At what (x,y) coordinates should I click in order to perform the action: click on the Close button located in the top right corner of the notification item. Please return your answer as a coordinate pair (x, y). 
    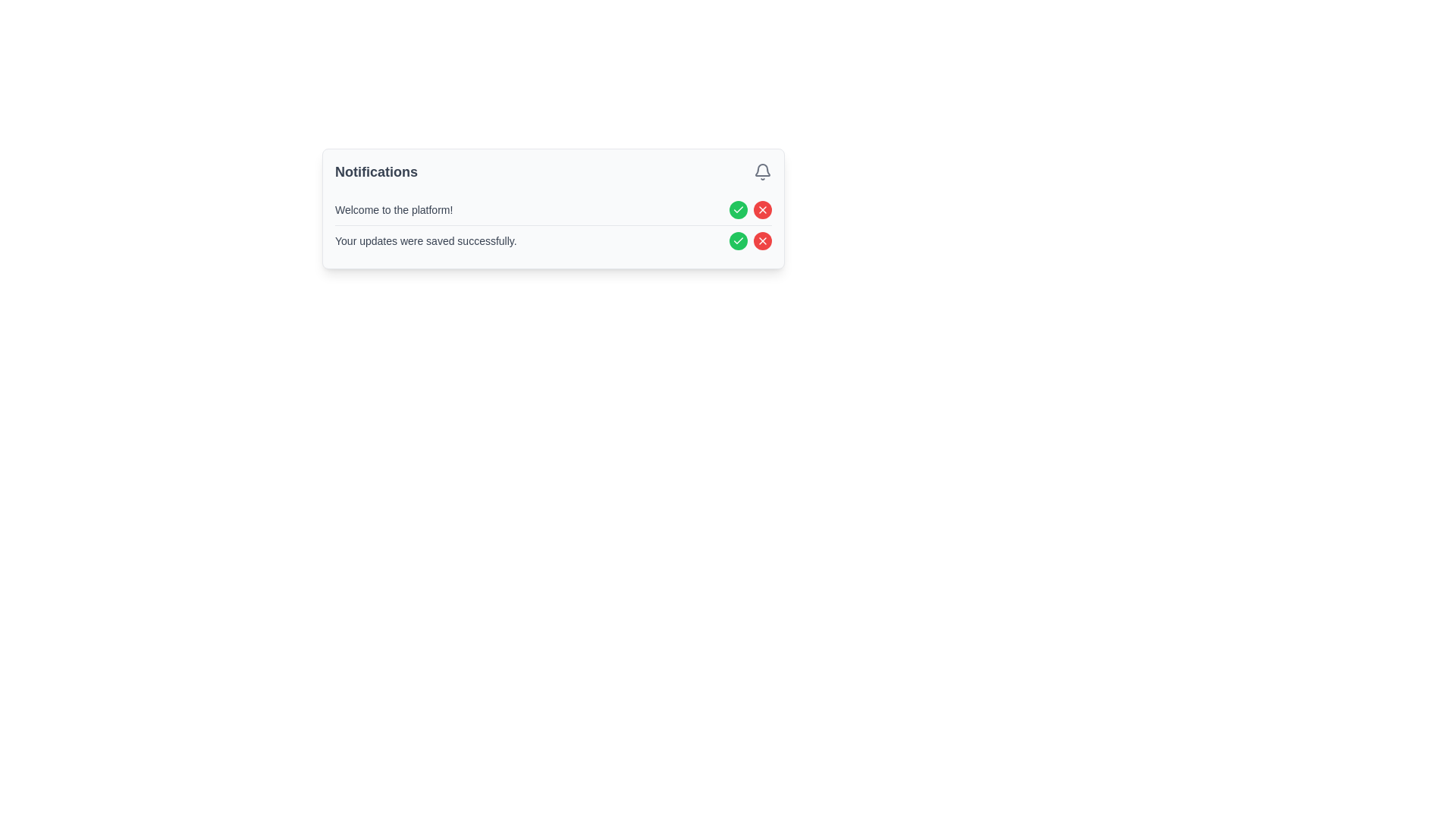
    Looking at the image, I should click on (763, 210).